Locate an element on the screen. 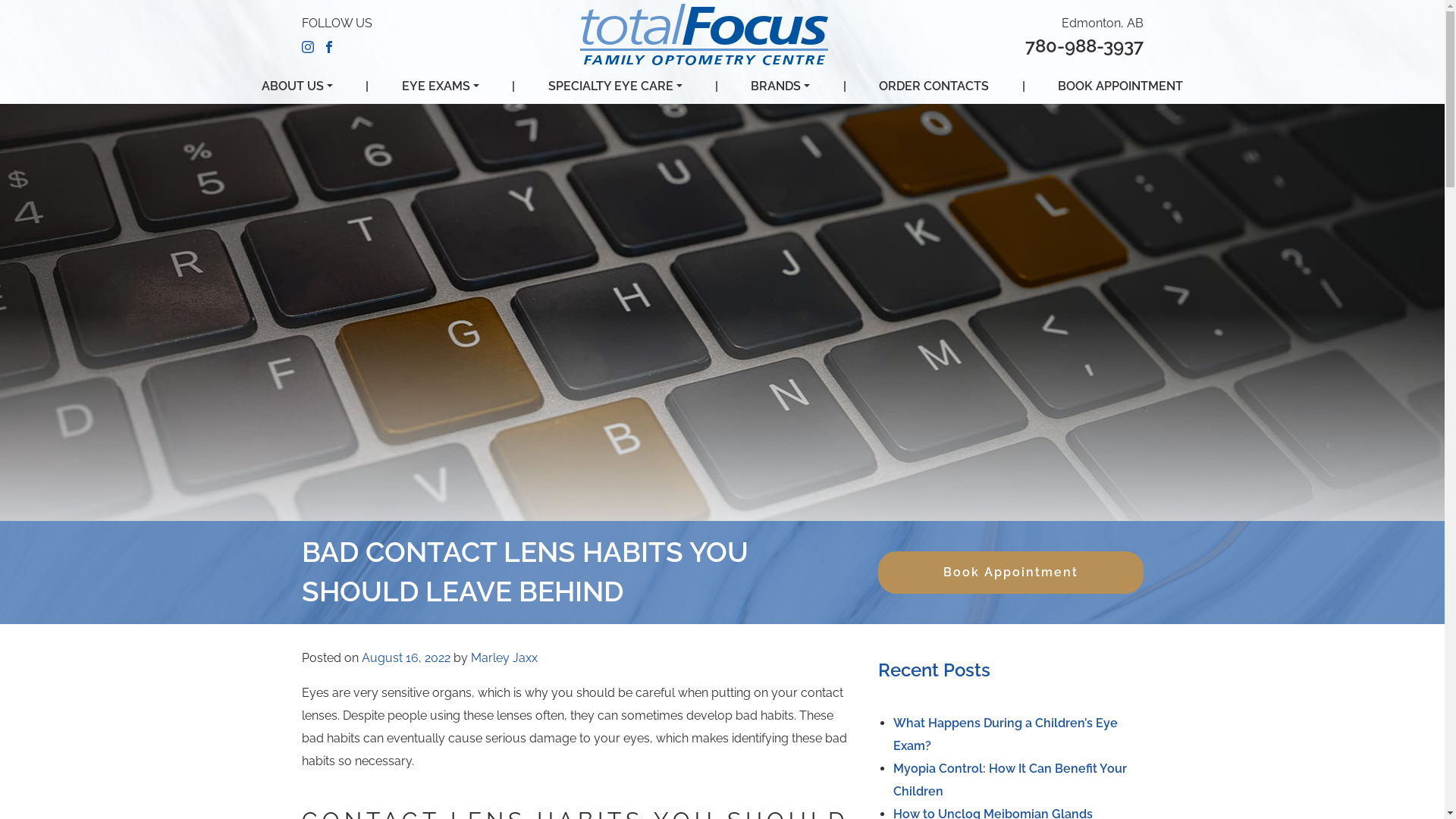 The height and width of the screenshot is (819, 1456). 'Facebook' is located at coordinates (328, 45).